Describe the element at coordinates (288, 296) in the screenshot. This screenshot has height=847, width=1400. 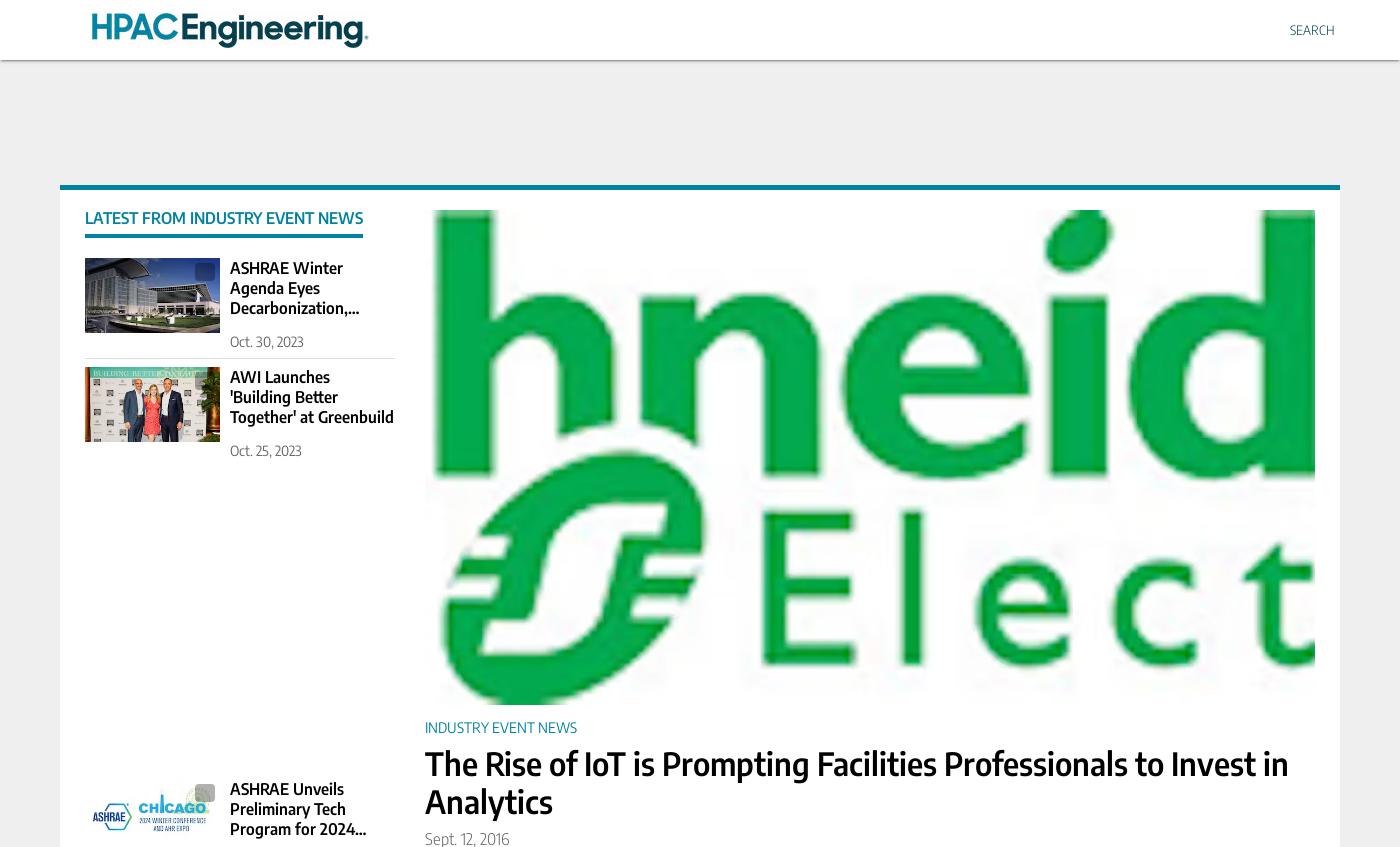
I see `'ASHRAE Winter Agenda Eyes Decarbonization, Refrigerants, AI'` at that location.